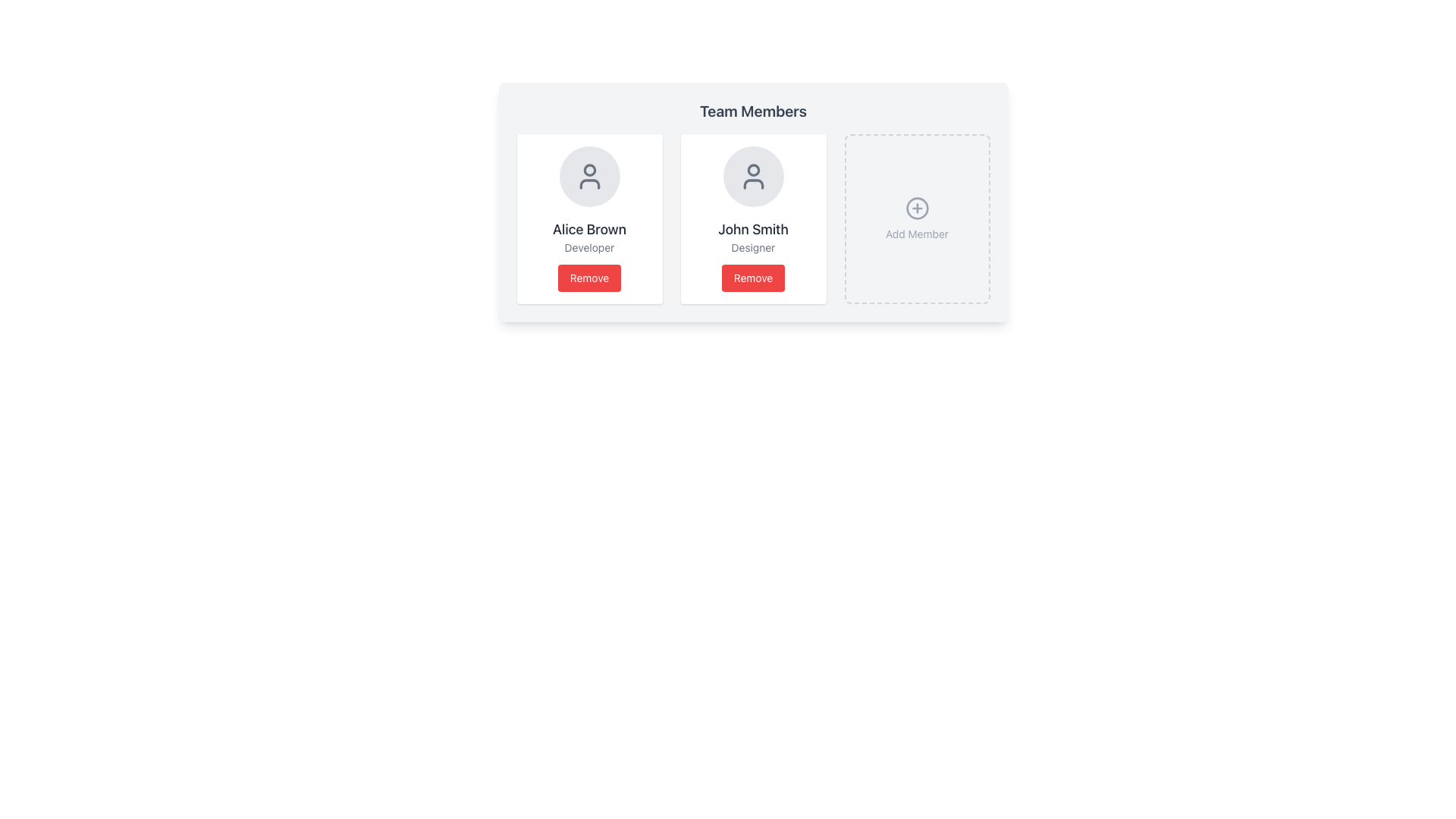 The image size is (1456, 819). What do you see at coordinates (753, 175) in the screenshot?
I see `the decorative avatar icon representing the user 'John Smith', located in the middle card of the 'Team Members' row, above the name 'John Smith' and their role 'Designer'` at bounding box center [753, 175].